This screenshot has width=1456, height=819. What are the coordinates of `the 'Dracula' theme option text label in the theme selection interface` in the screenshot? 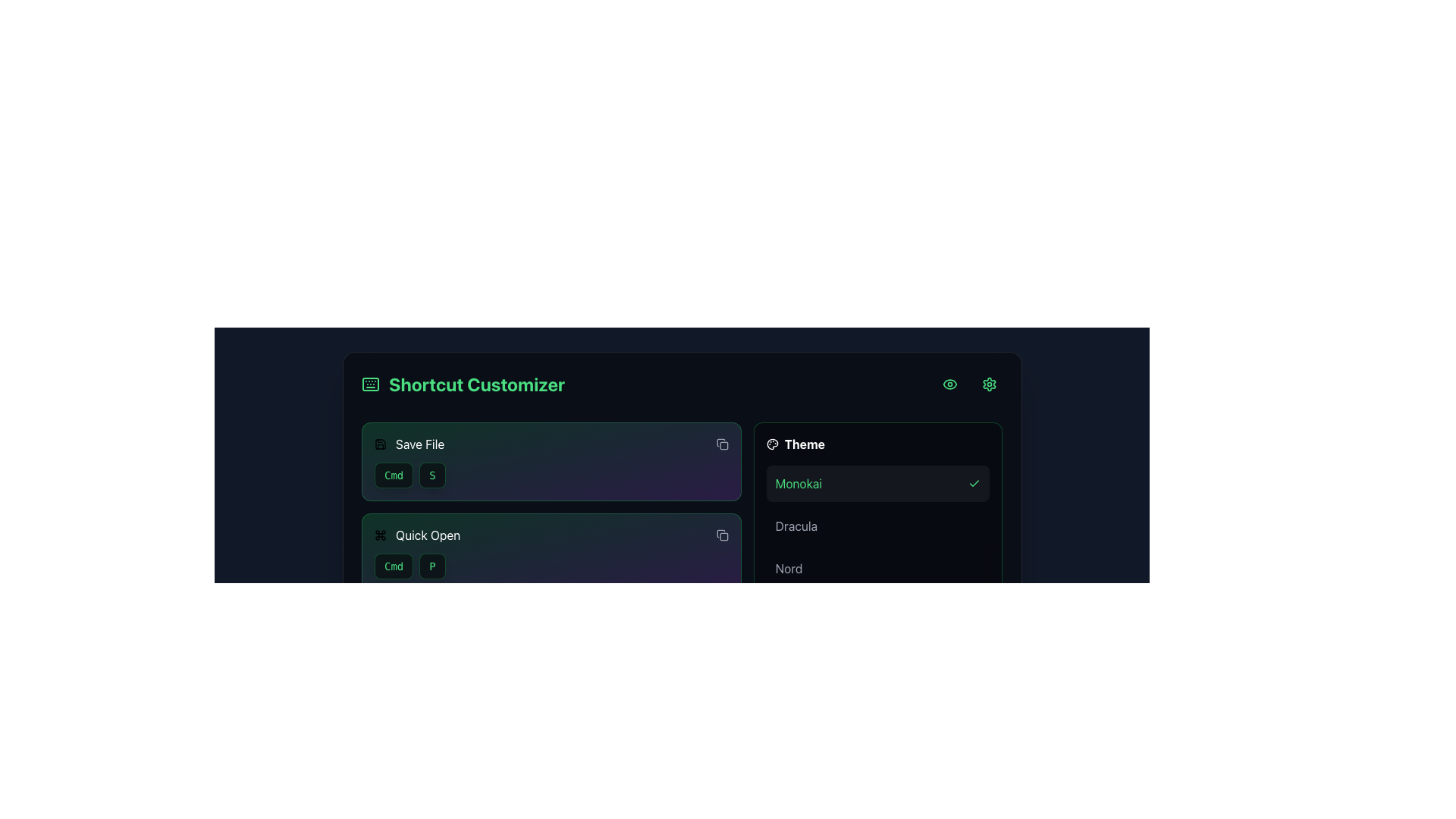 It's located at (795, 526).